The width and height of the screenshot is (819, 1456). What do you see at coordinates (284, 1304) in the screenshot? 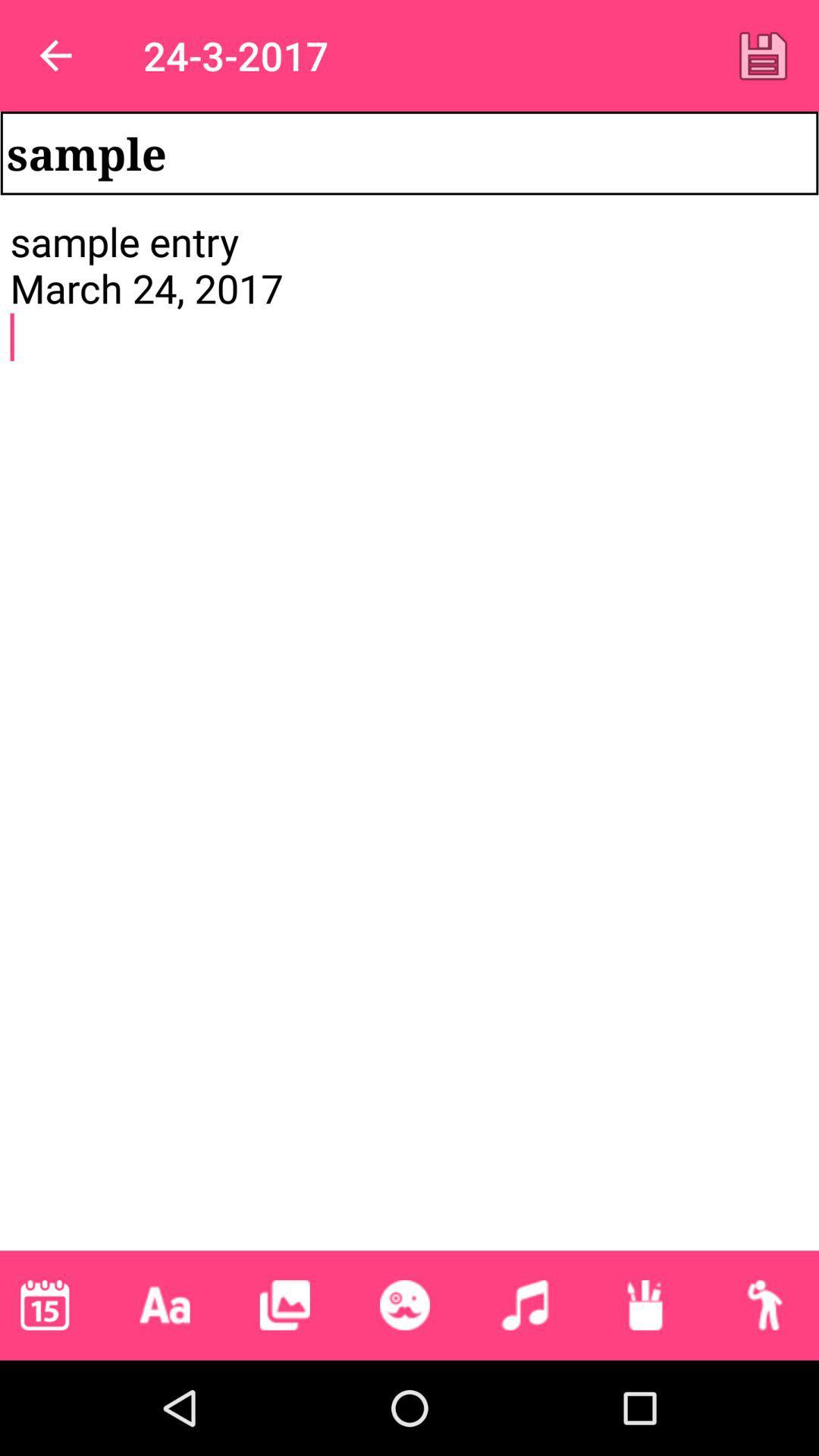
I see `the item below the sample entry march icon` at bounding box center [284, 1304].